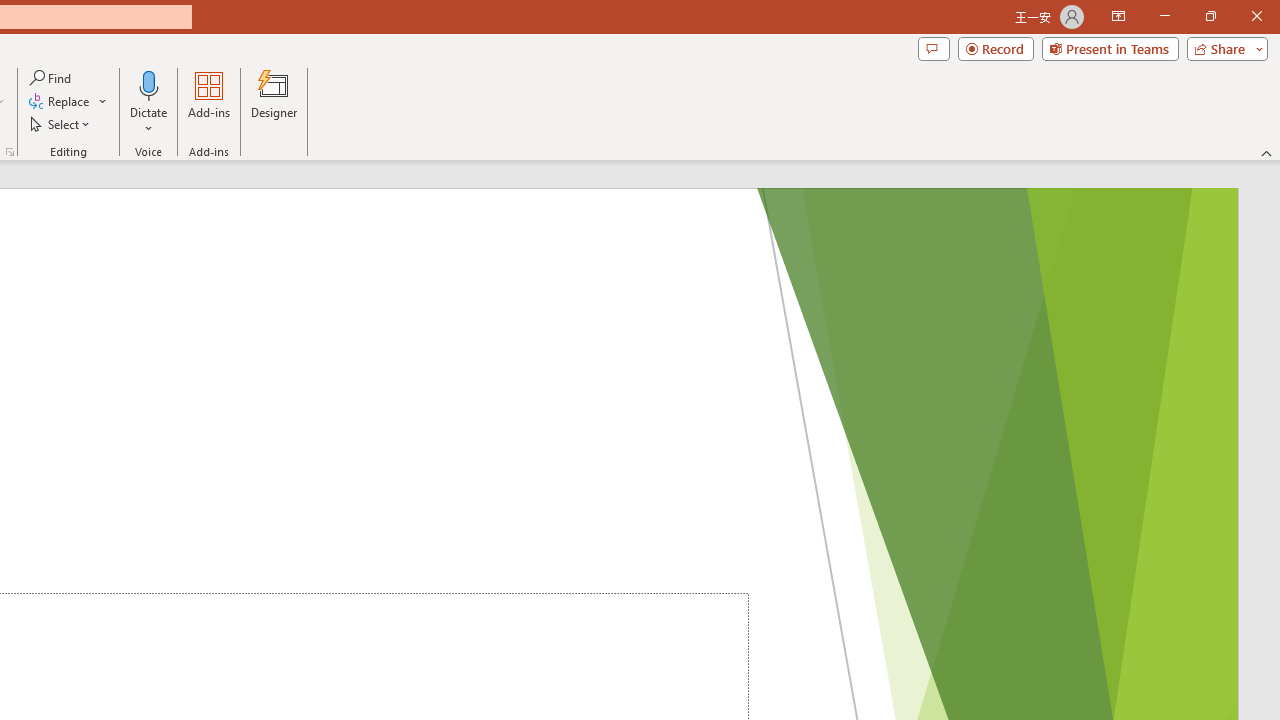 The width and height of the screenshot is (1280, 720). I want to click on 'Replace...', so click(60, 101).